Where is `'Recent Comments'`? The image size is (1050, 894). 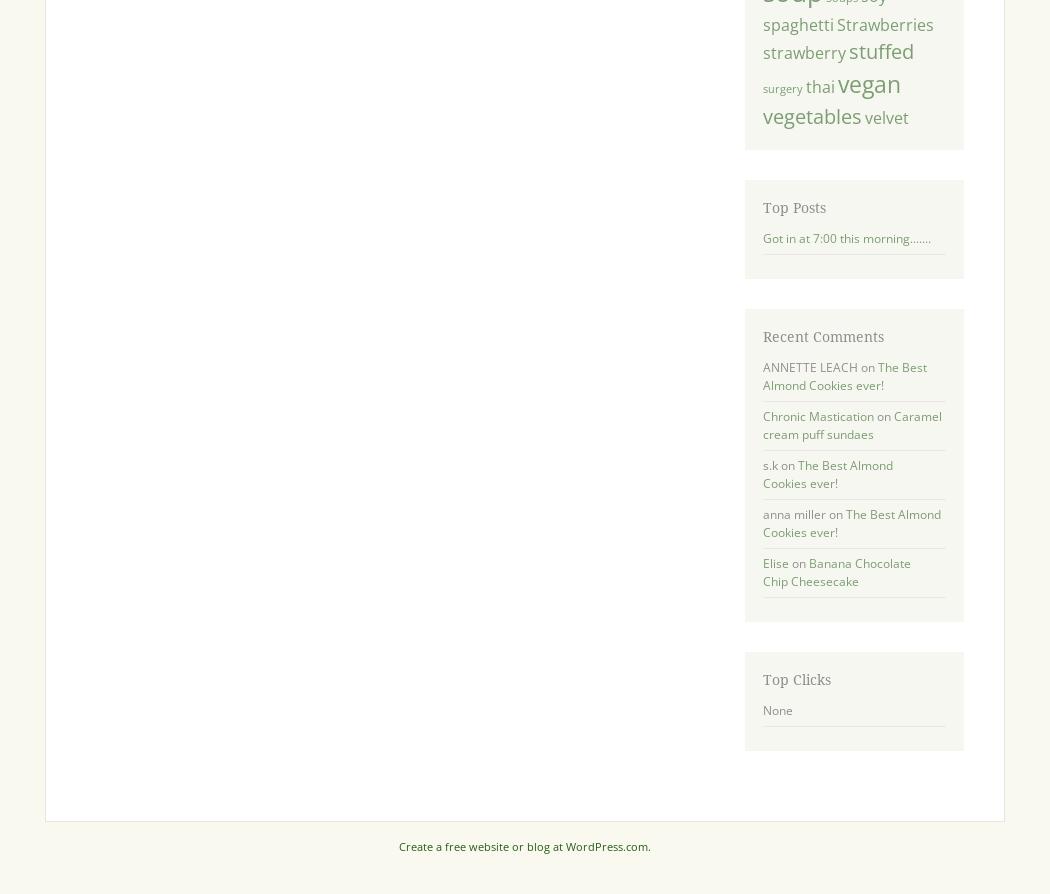
'Recent Comments' is located at coordinates (821, 334).